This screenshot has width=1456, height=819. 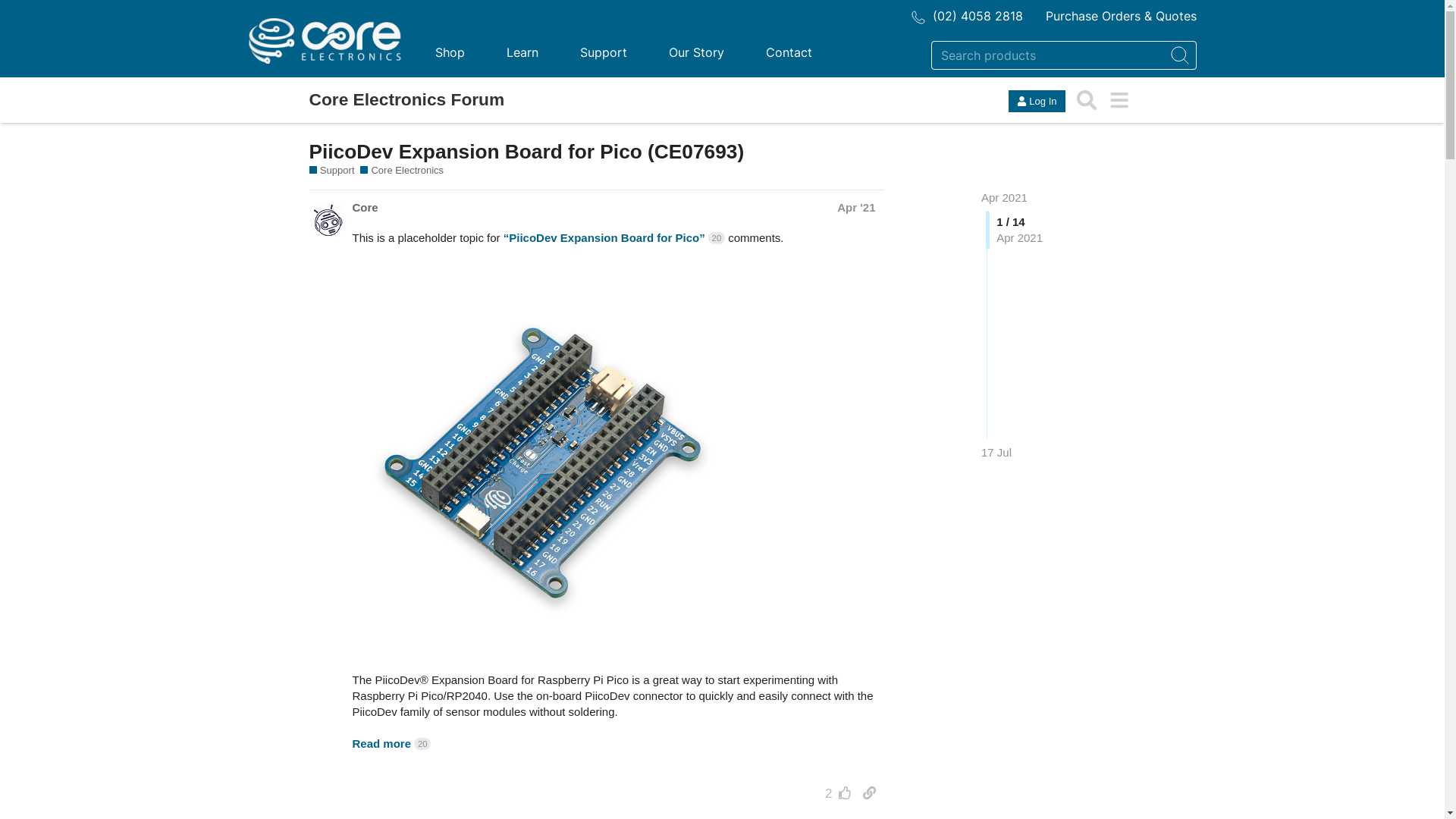 What do you see at coordinates (855, 207) in the screenshot?
I see `'Apr '21'` at bounding box center [855, 207].